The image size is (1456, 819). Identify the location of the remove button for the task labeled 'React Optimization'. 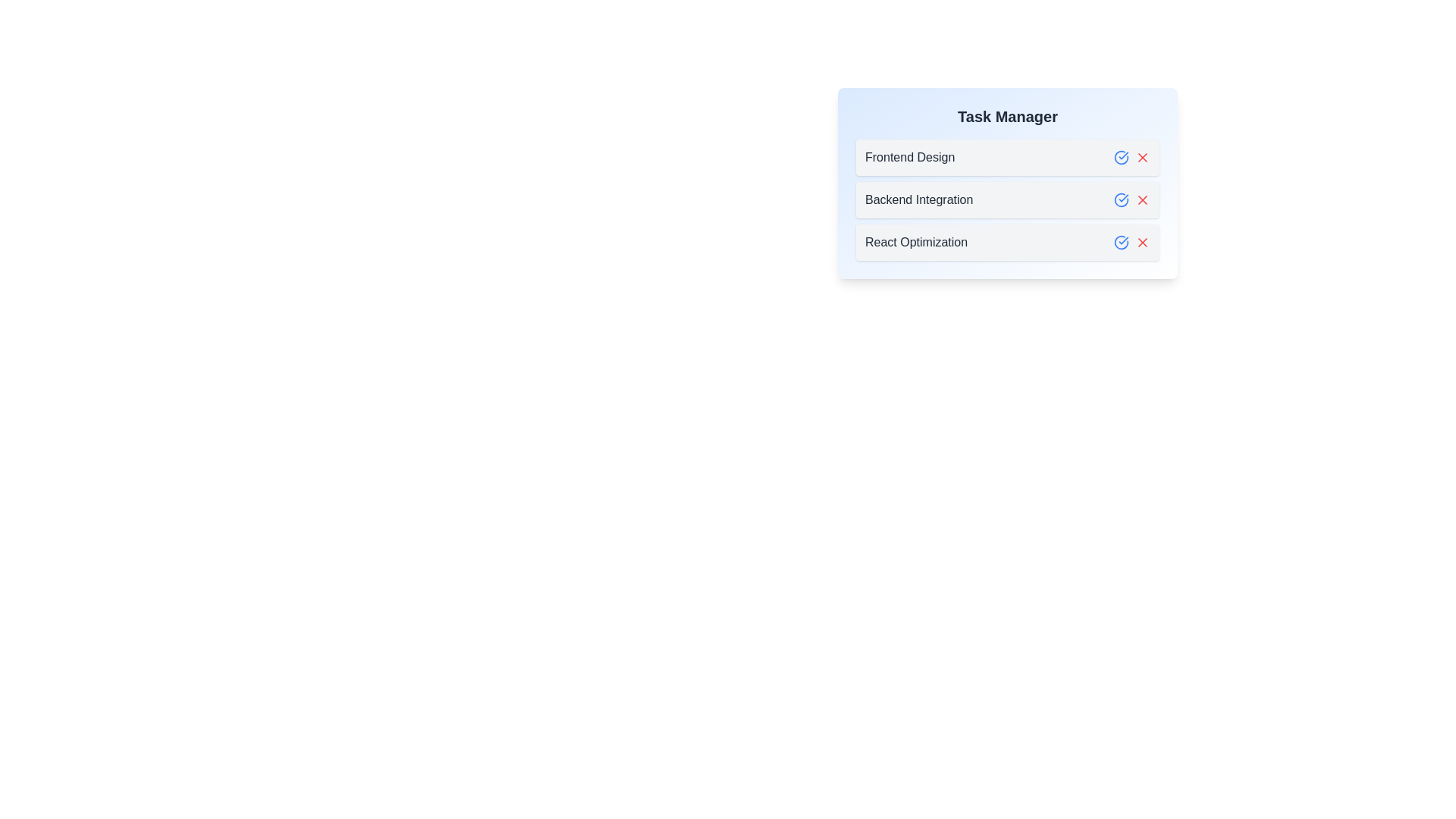
(1143, 242).